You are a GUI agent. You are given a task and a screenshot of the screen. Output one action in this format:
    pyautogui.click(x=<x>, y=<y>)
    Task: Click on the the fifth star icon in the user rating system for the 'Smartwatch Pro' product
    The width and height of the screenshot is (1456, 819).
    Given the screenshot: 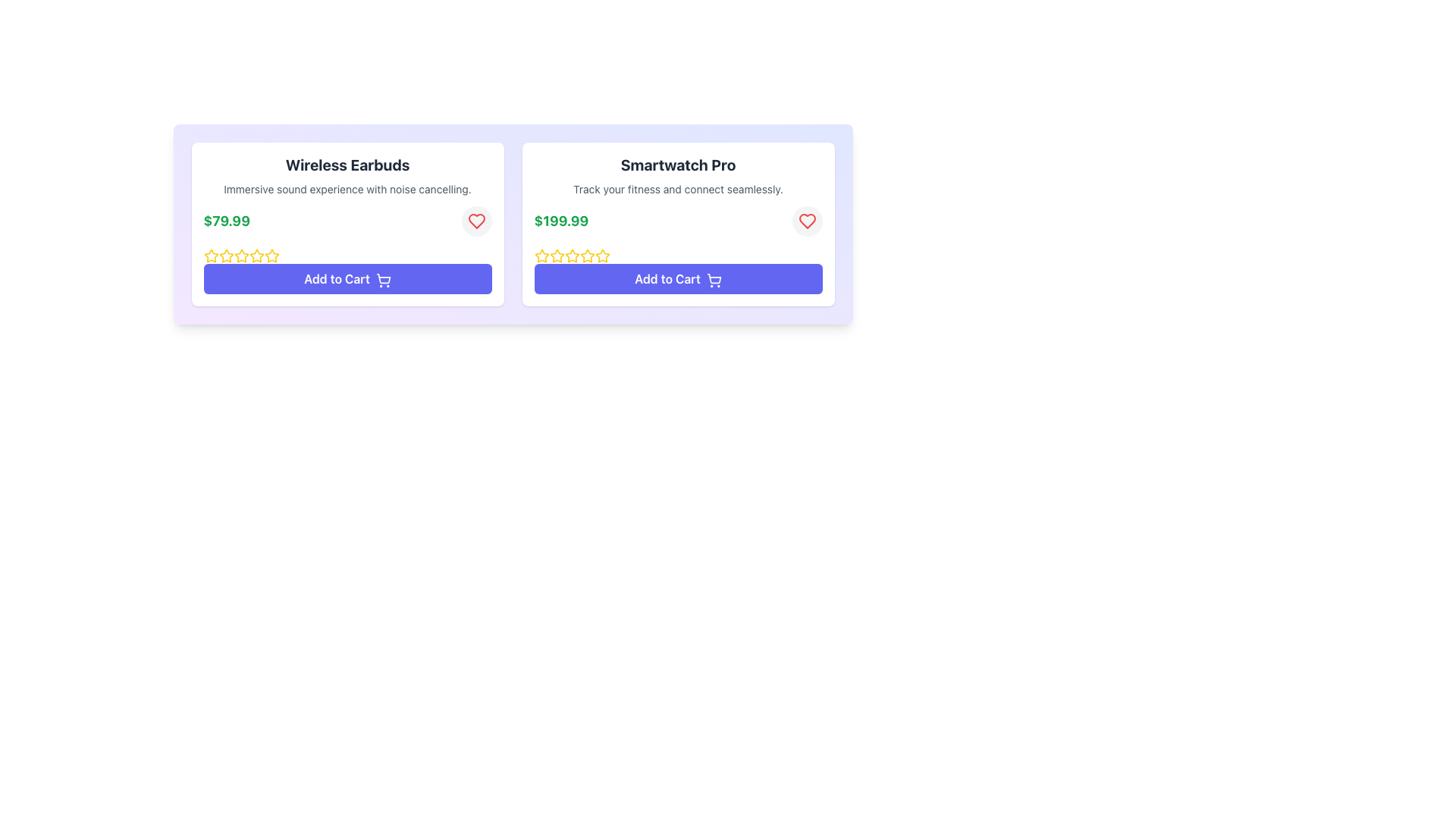 What is the action you would take?
    pyautogui.click(x=601, y=256)
    